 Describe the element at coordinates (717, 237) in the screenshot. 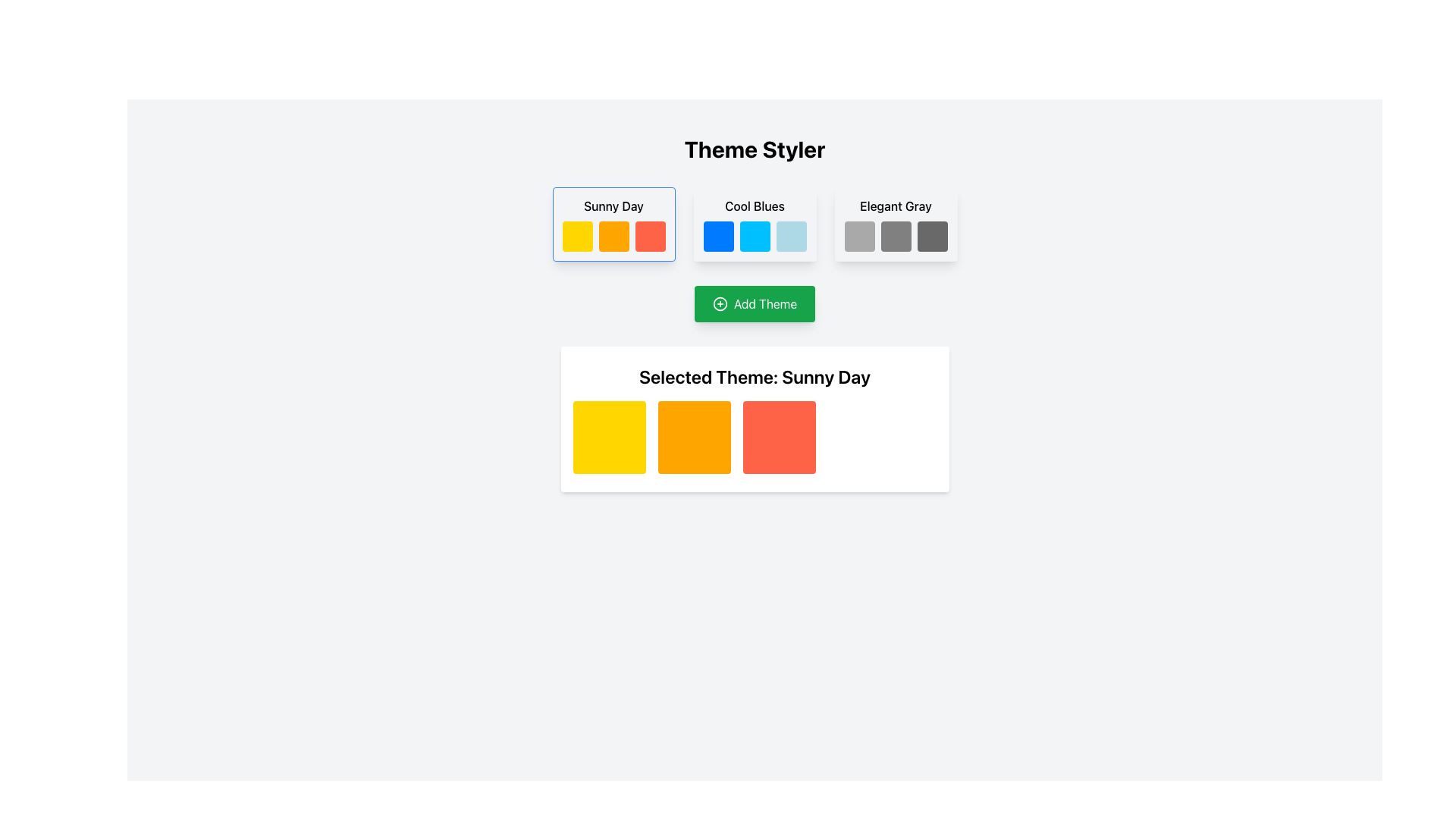

I see `the first blue clickable tile in the 'Cool Blues' group` at that location.